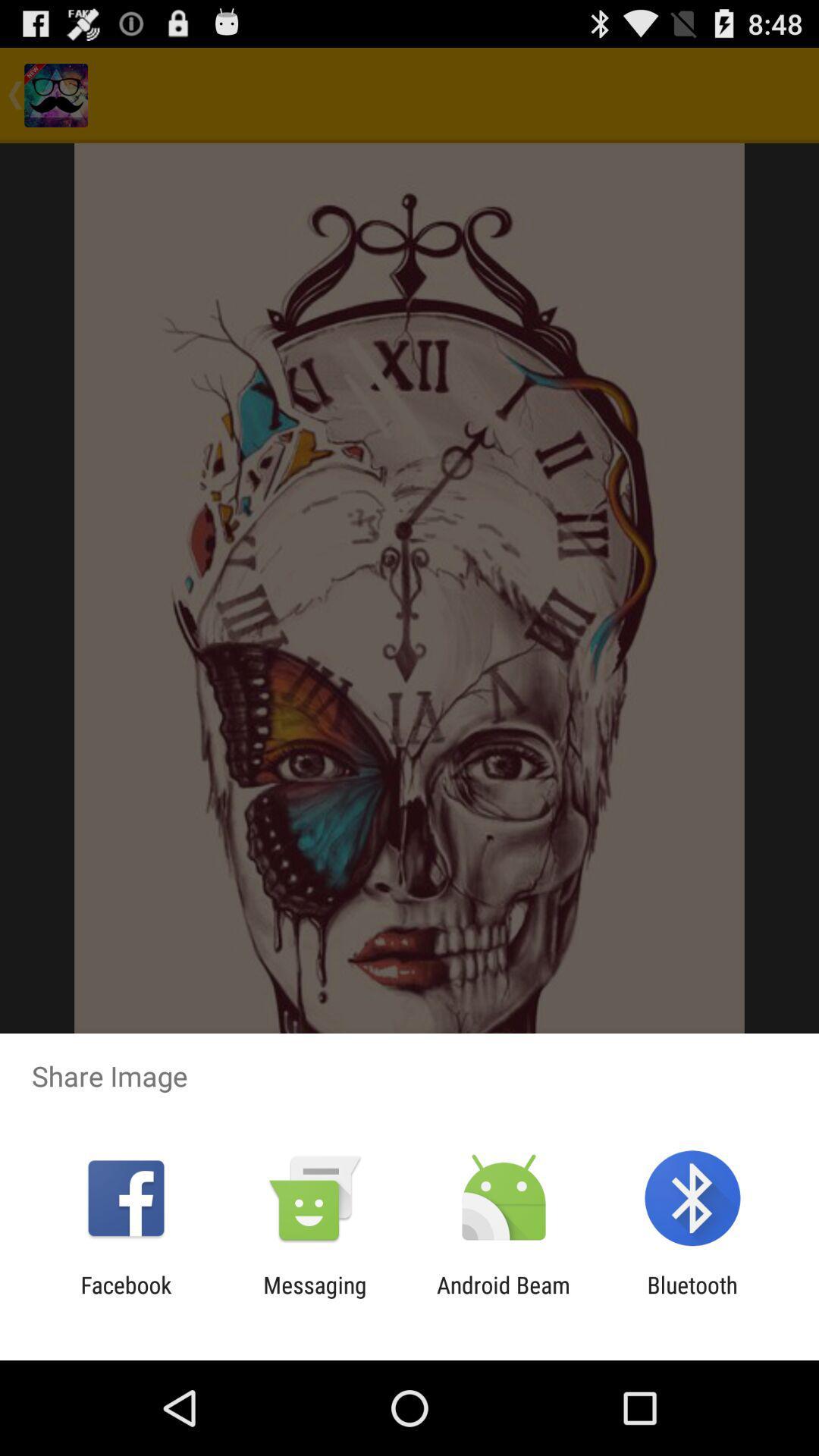 This screenshot has height=1456, width=819. Describe the element at coordinates (504, 1298) in the screenshot. I see `the android beam icon` at that location.